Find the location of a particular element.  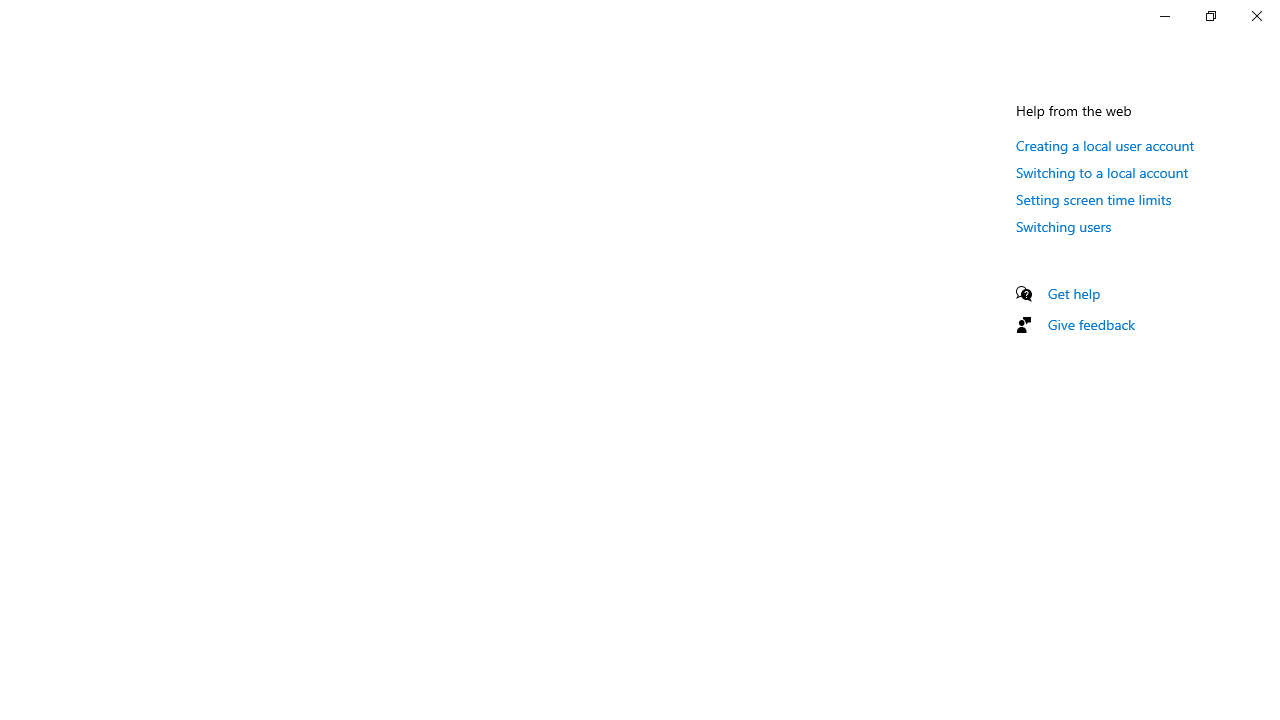

'Setting screen time limits' is located at coordinates (1093, 199).